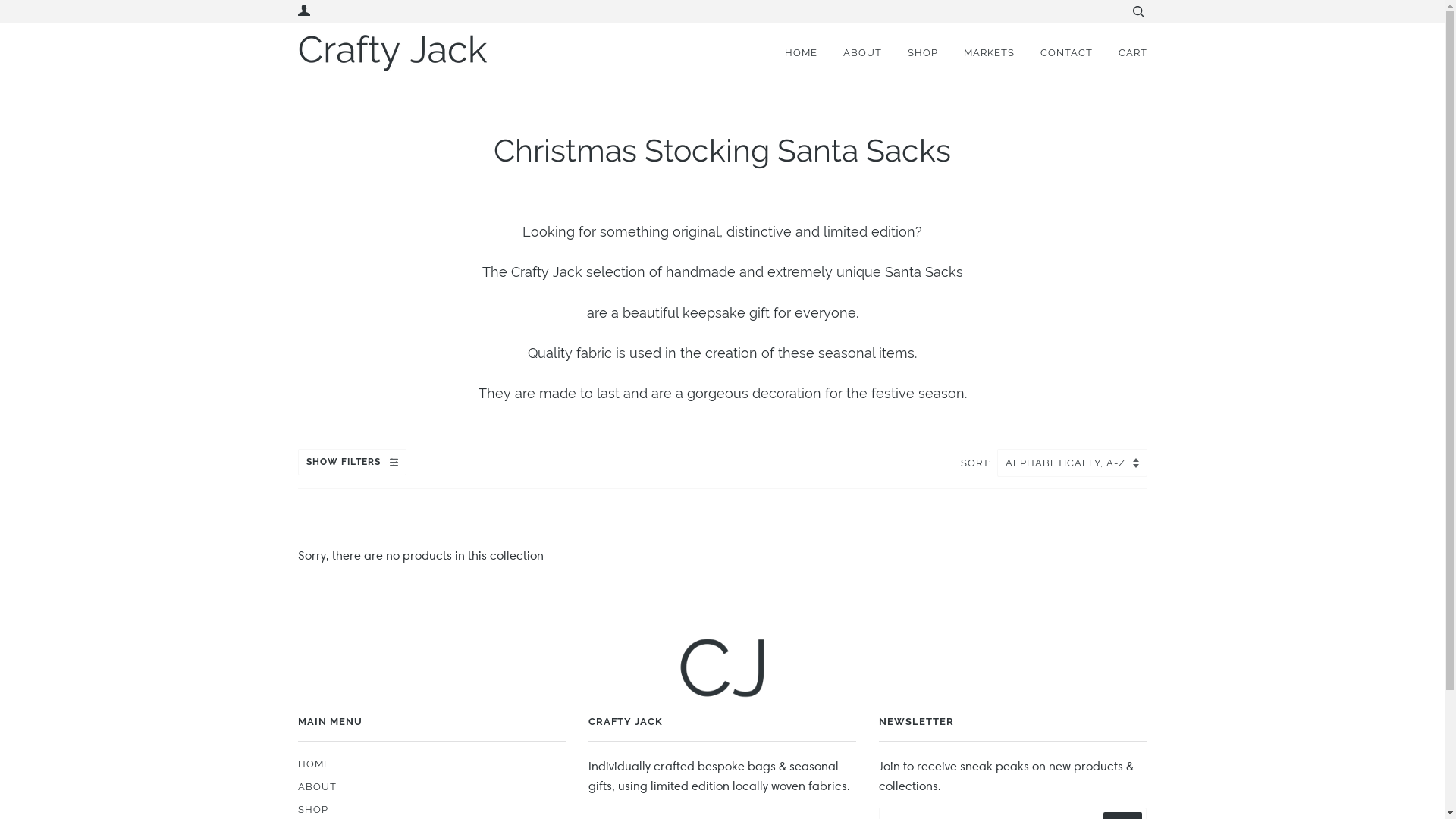 This screenshot has width=1456, height=819. Describe the element at coordinates (1054, 52) in the screenshot. I see `'CONTACT'` at that location.